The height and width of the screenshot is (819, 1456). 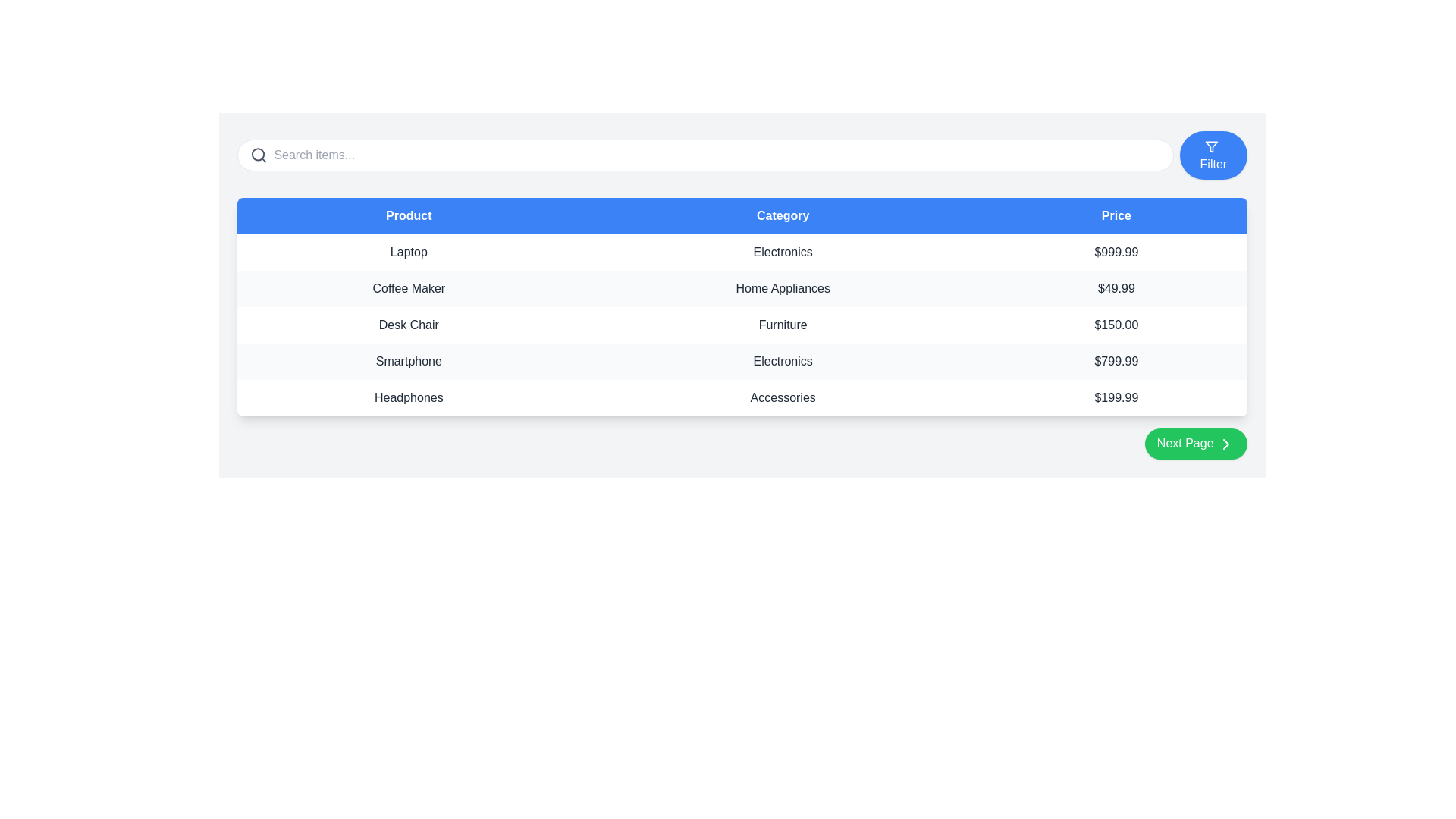 I want to click on the Table Header Cell labeled 'Category', which is styled with a bold white font on a blue background and is the middle label in a tri-column header row, so click(x=783, y=216).